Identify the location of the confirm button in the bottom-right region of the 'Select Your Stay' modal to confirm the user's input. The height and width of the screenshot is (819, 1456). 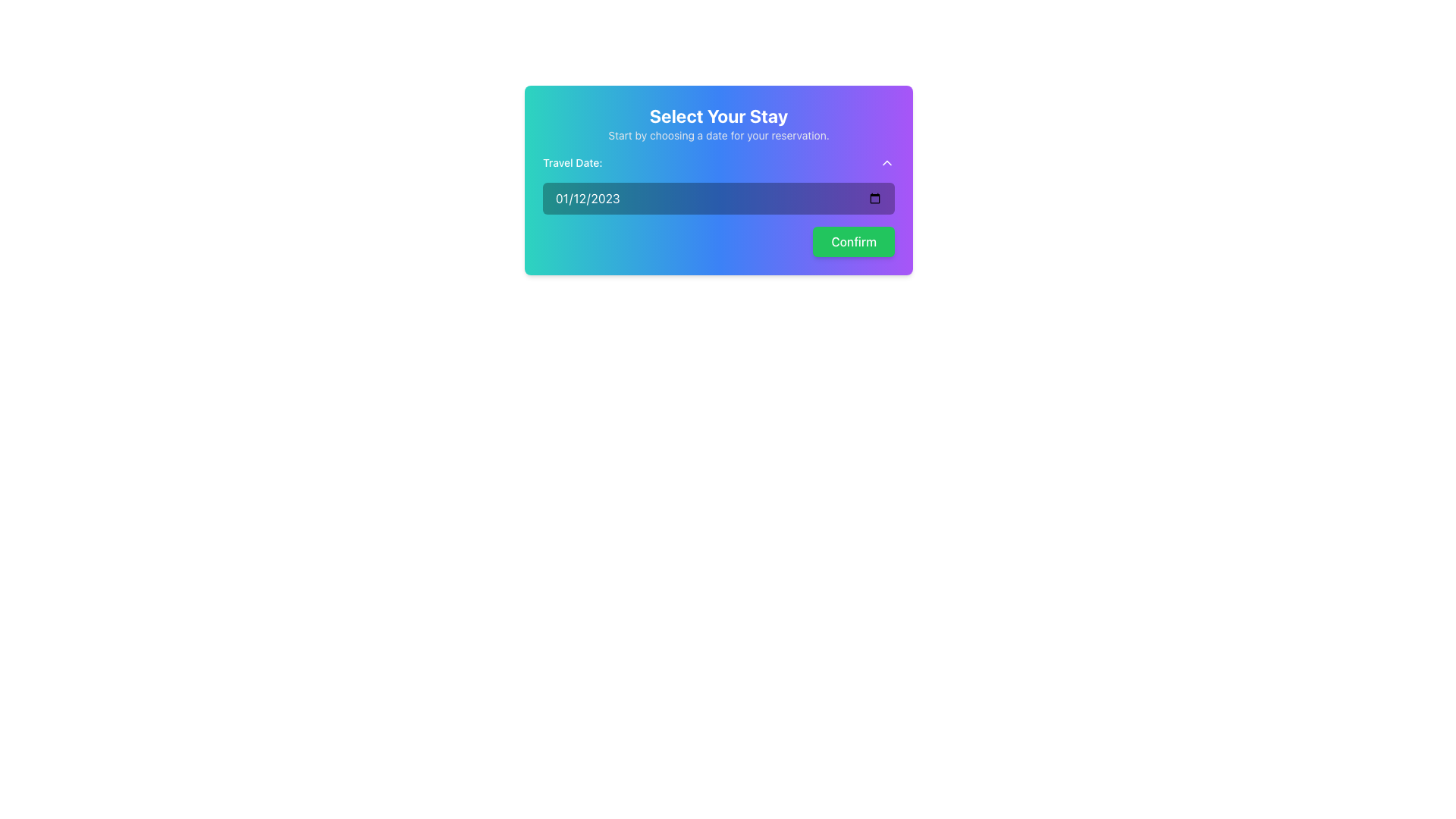
(854, 241).